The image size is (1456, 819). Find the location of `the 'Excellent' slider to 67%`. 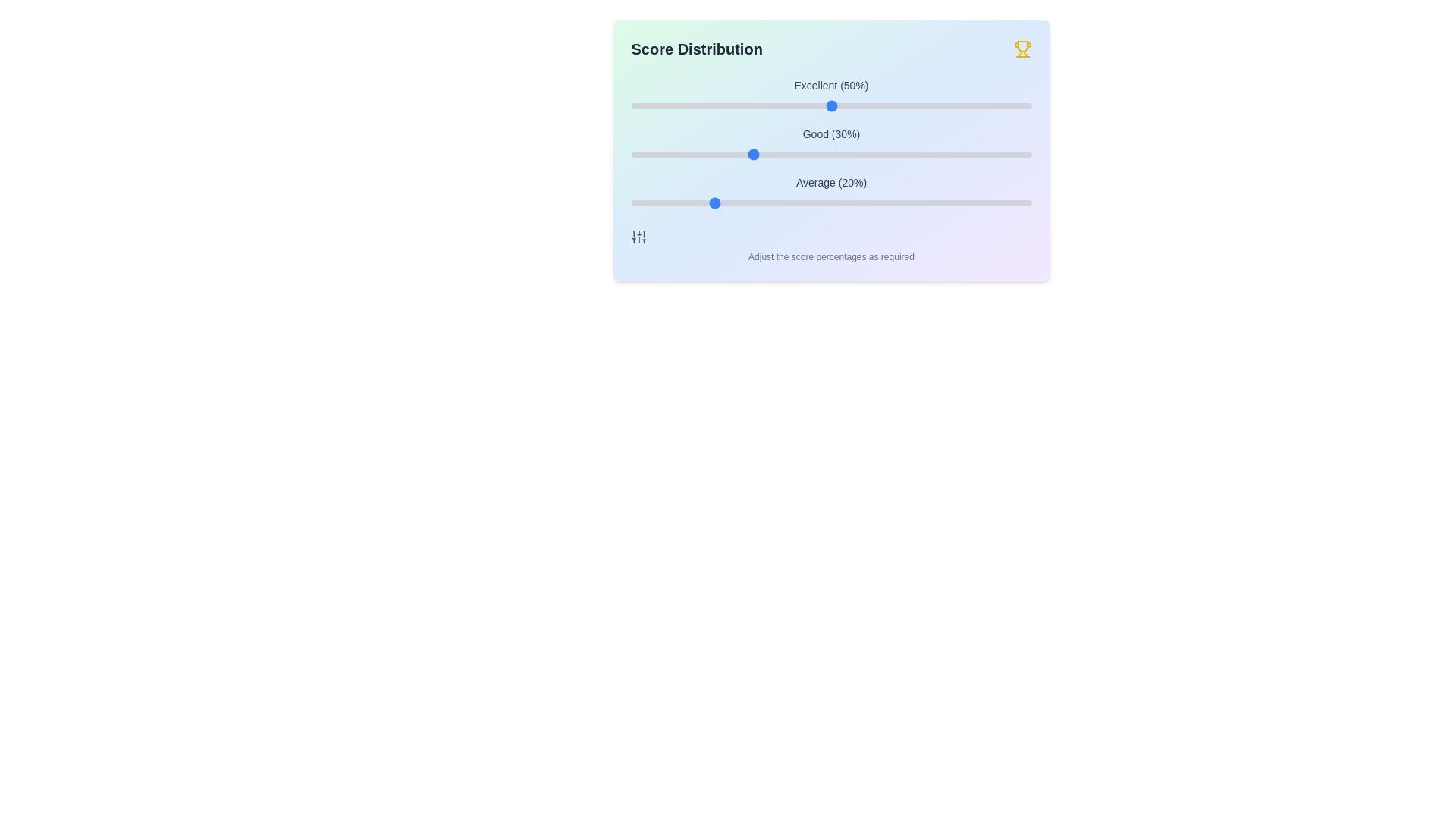

the 'Excellent' slider to 67% is located at coordinates (899, 105).